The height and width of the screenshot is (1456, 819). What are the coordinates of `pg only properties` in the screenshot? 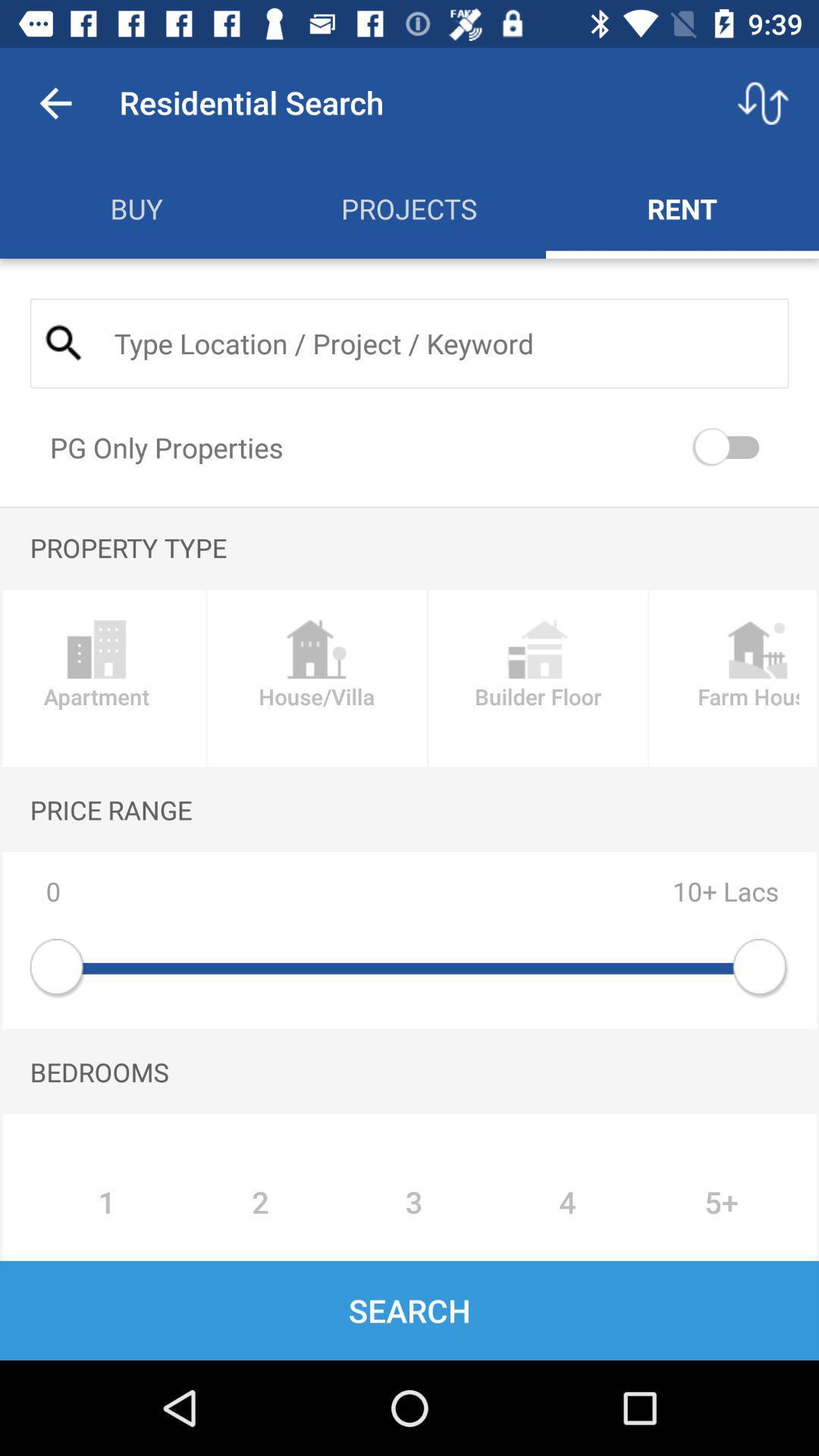 It's located at (730, 447).